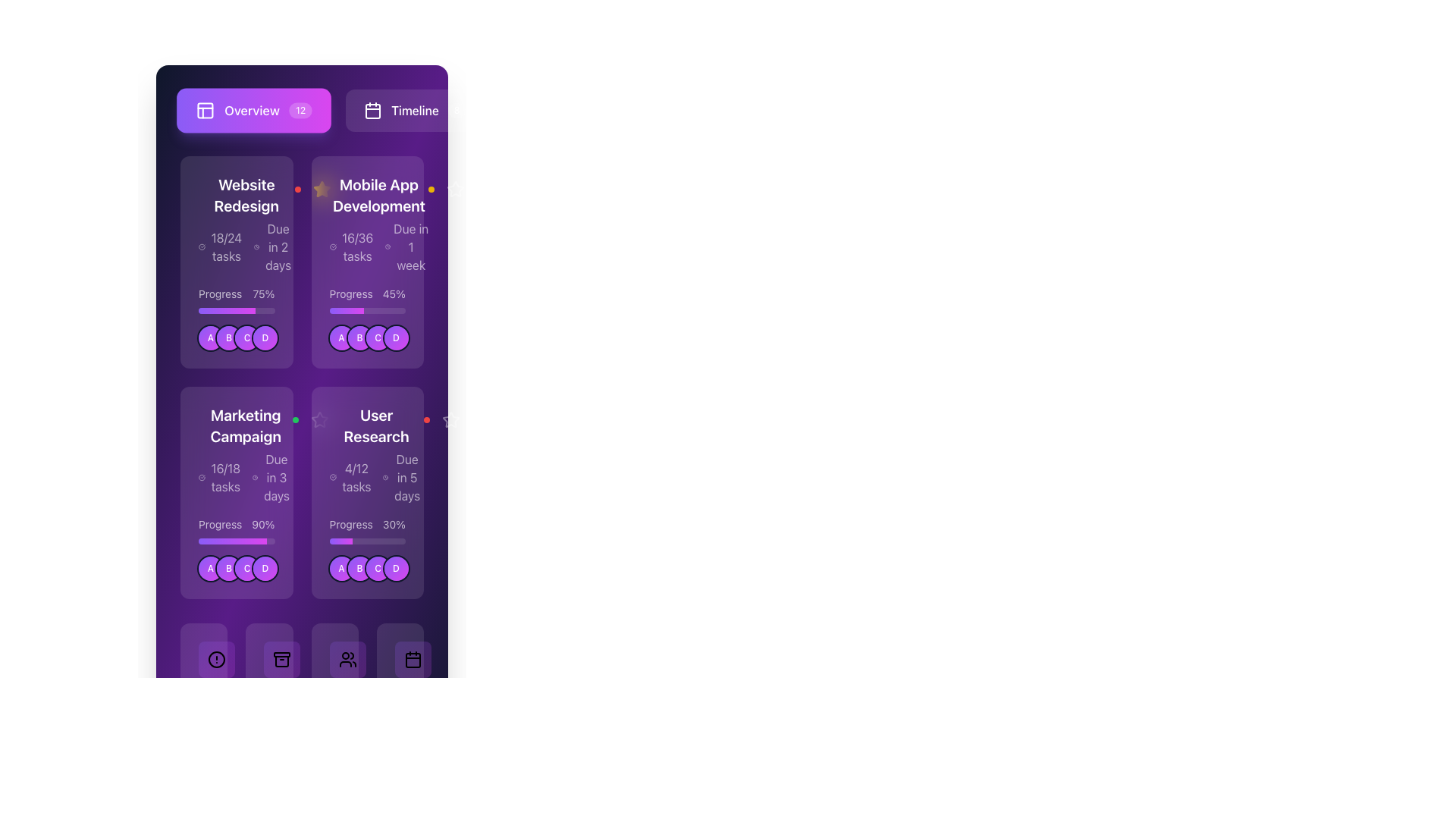  Describe the element at coordinates (356, 246) in the screenshot. I see `text label displaying '16/36 tasks' in white on a purple background, located in the 'Mobile App Development' card on the second column of the first row in the displayed grid` at that location.